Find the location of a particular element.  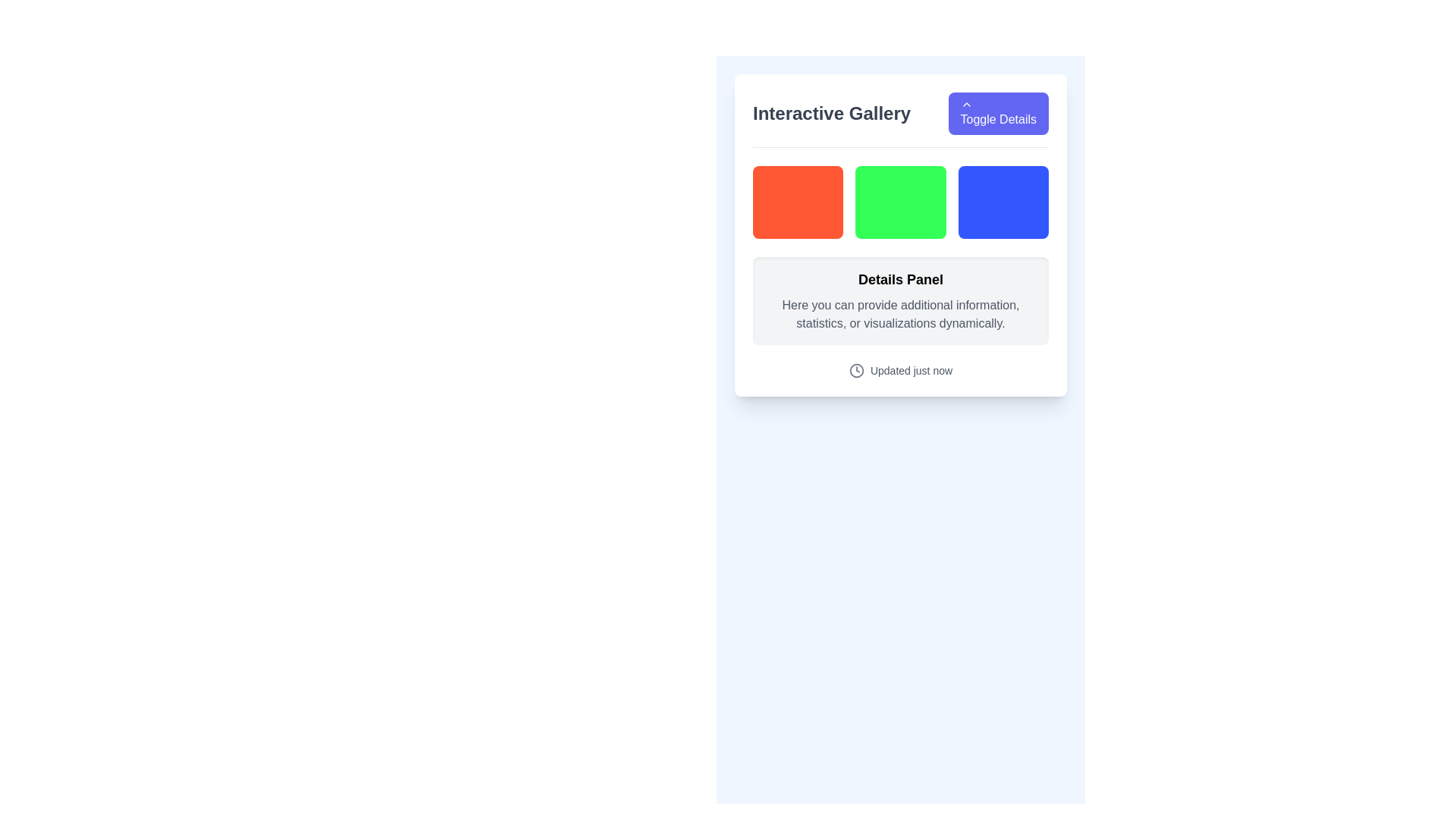

small circular clock icon located to the left of the text 'Updated just now' in the 'Details Panel' for additional info is located at coordinates (856, 371).